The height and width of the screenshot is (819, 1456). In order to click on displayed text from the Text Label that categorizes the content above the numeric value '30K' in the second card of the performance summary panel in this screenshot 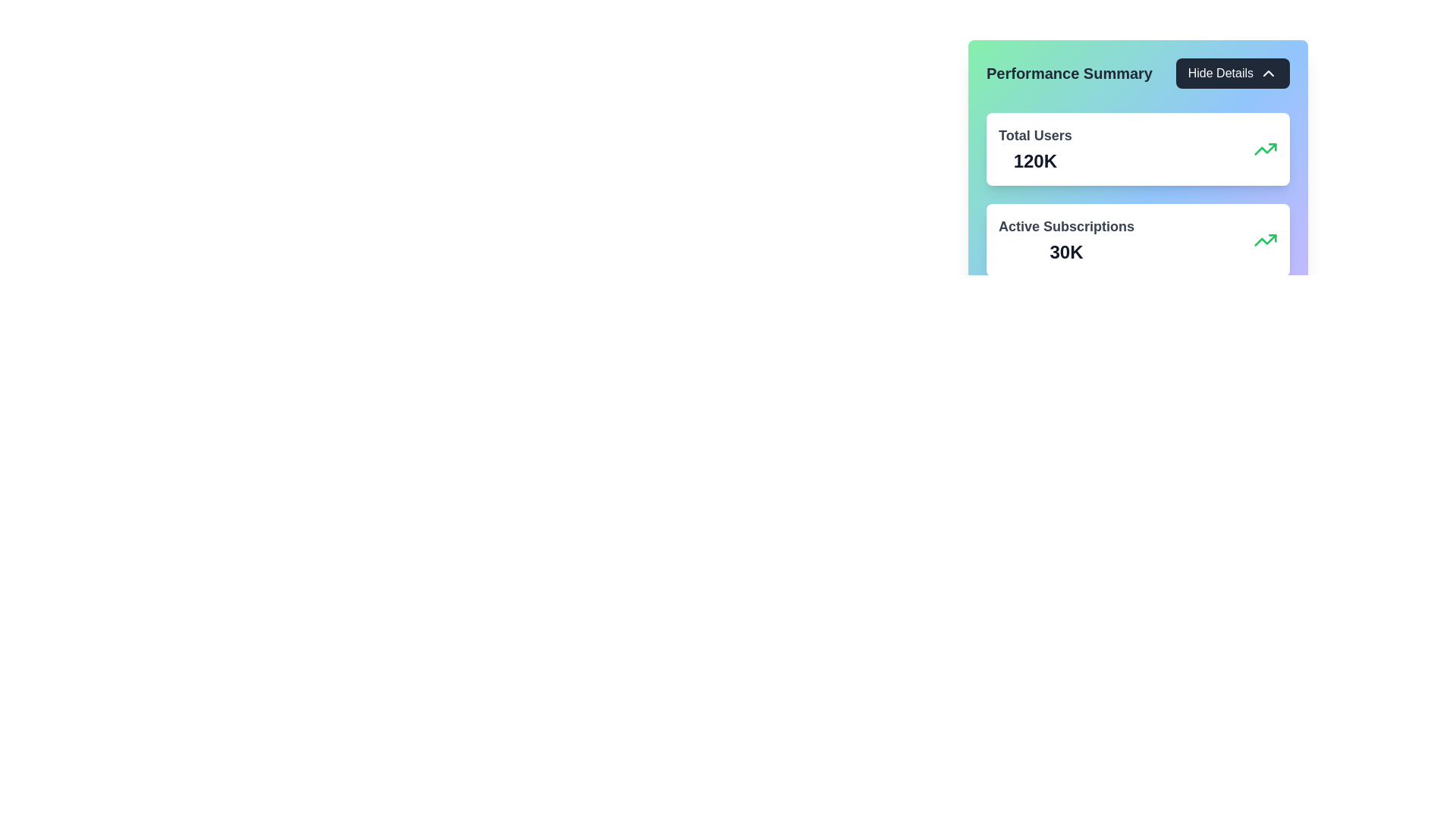, I will do `click(1065, 227)`.